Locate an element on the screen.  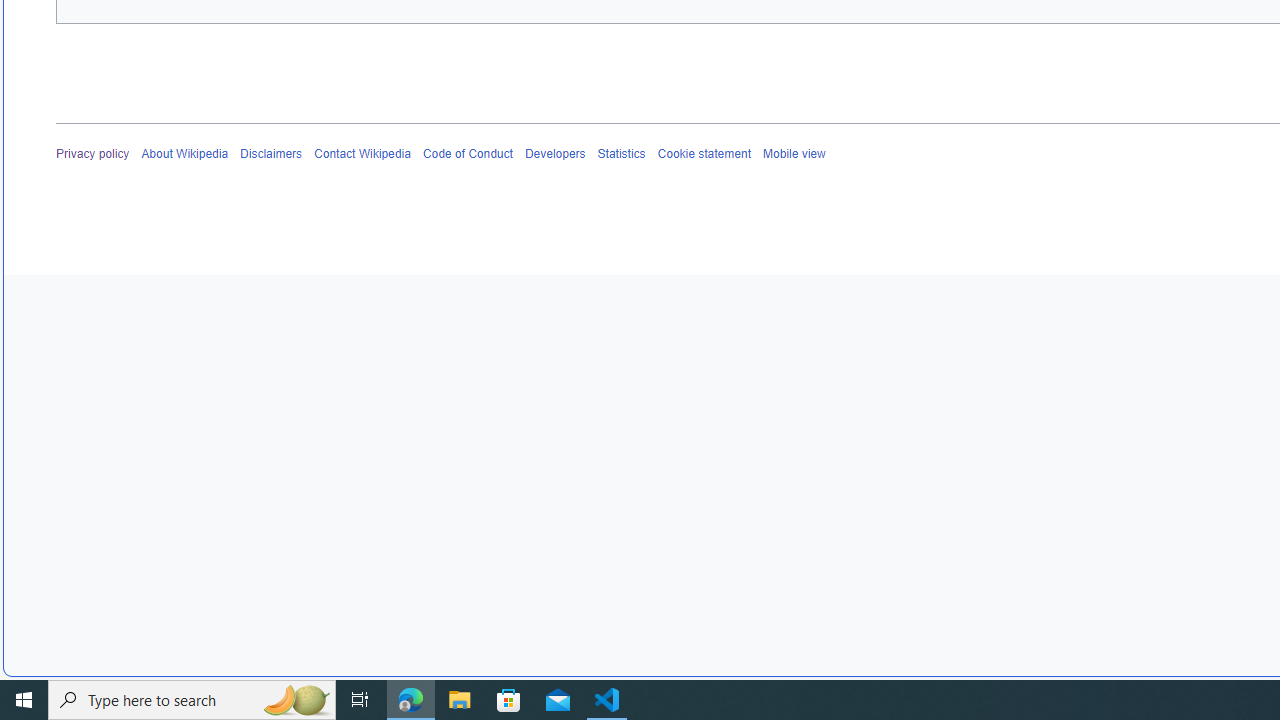
'Cookie statement' is located at coordinates (704, 153).